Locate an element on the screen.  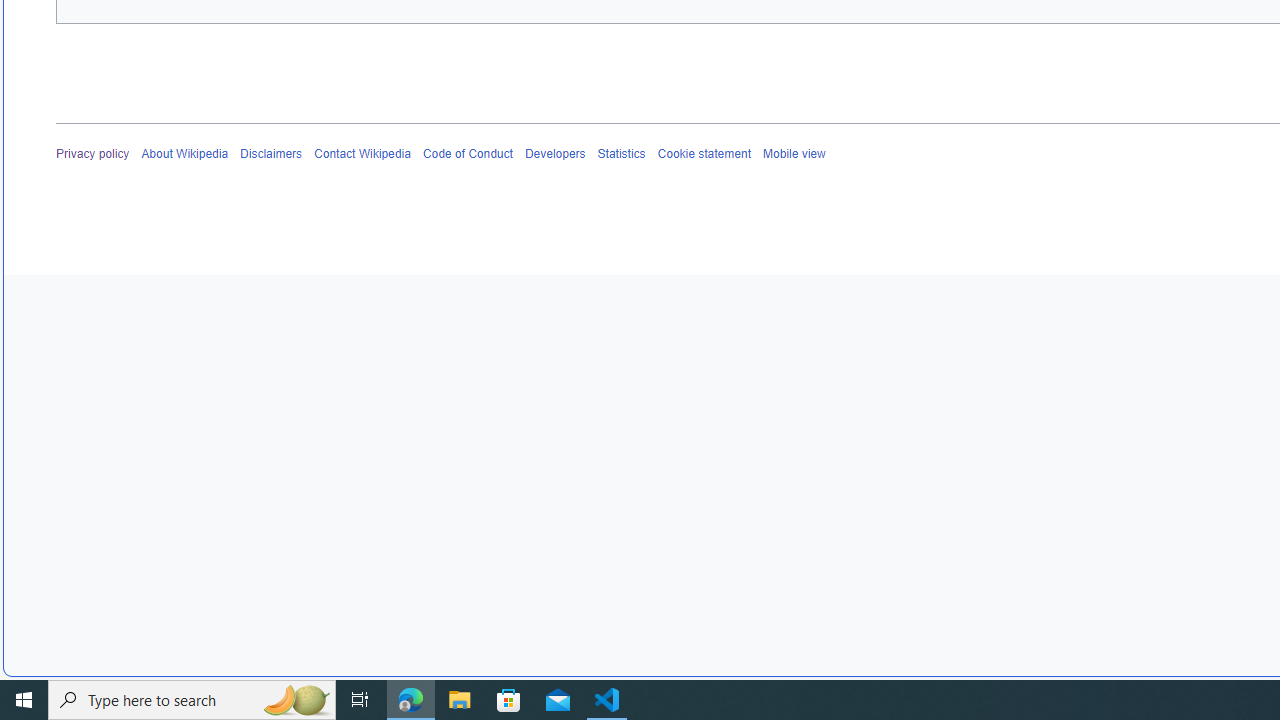
'Cookie statement' is located at coordinates (704, 153).